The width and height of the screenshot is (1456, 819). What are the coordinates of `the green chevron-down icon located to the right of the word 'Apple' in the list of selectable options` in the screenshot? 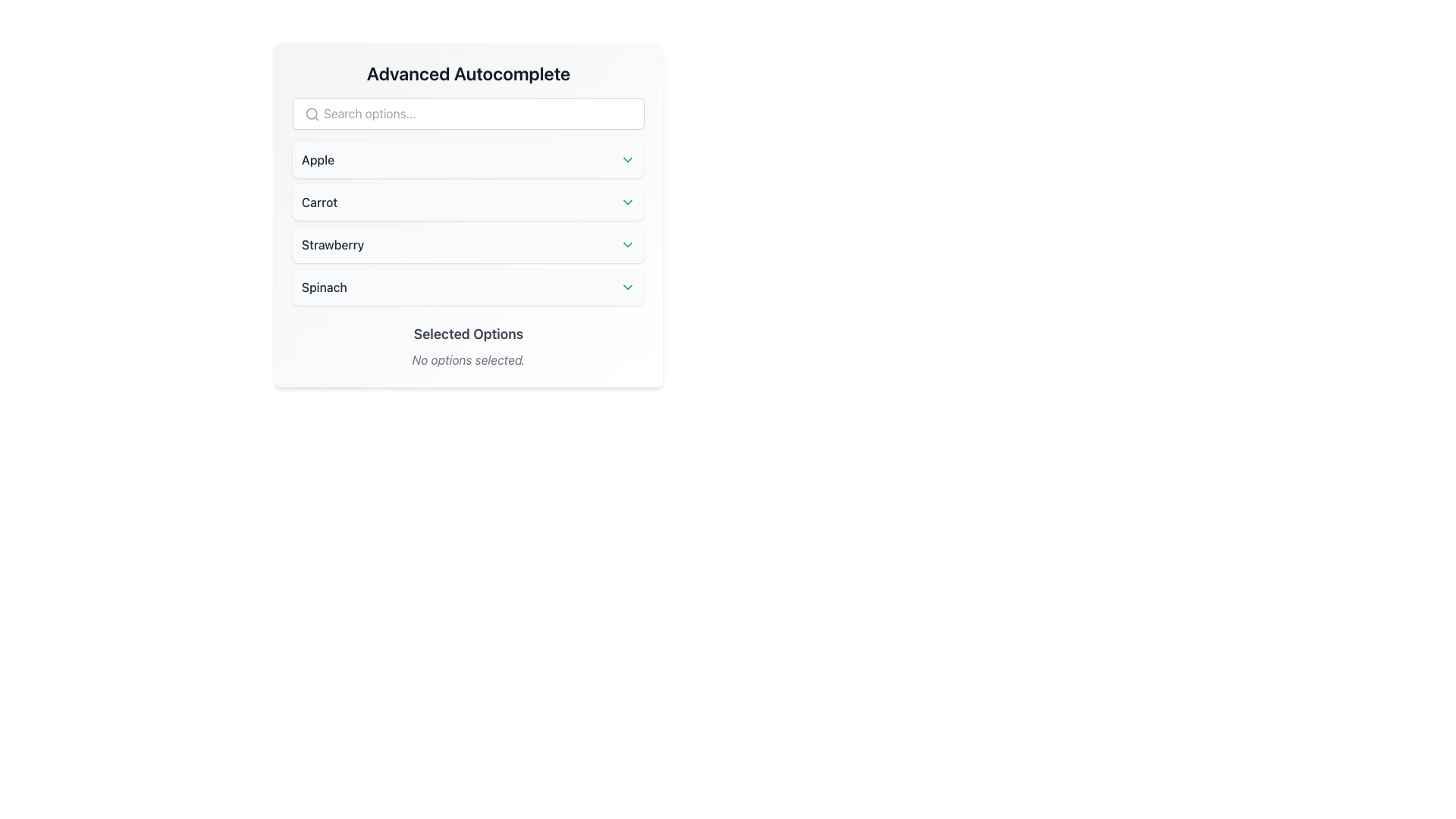 It's located at (628, 160).